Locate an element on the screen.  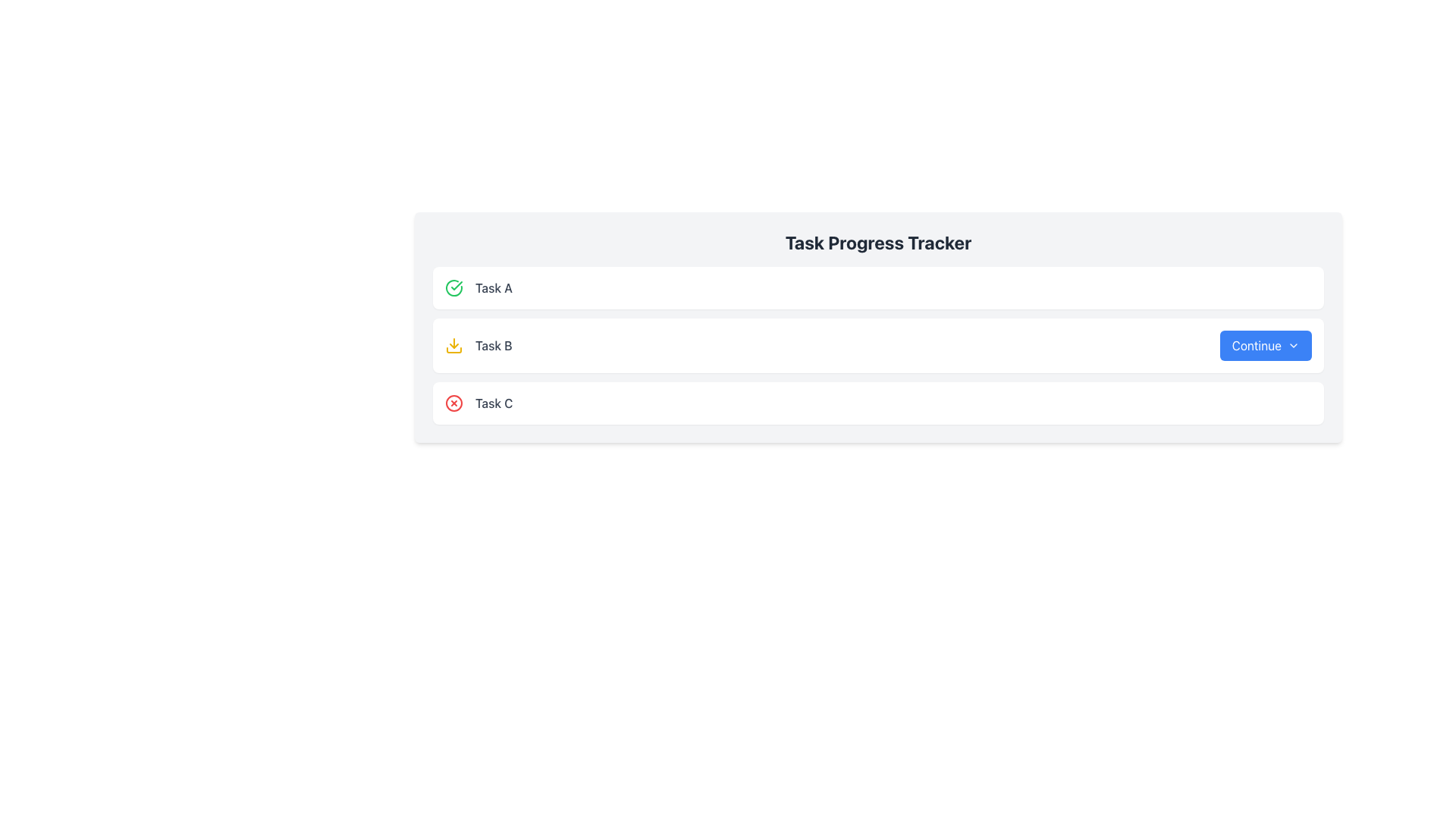
the downwards chevron icon located is located at coordinates (1292, 345).